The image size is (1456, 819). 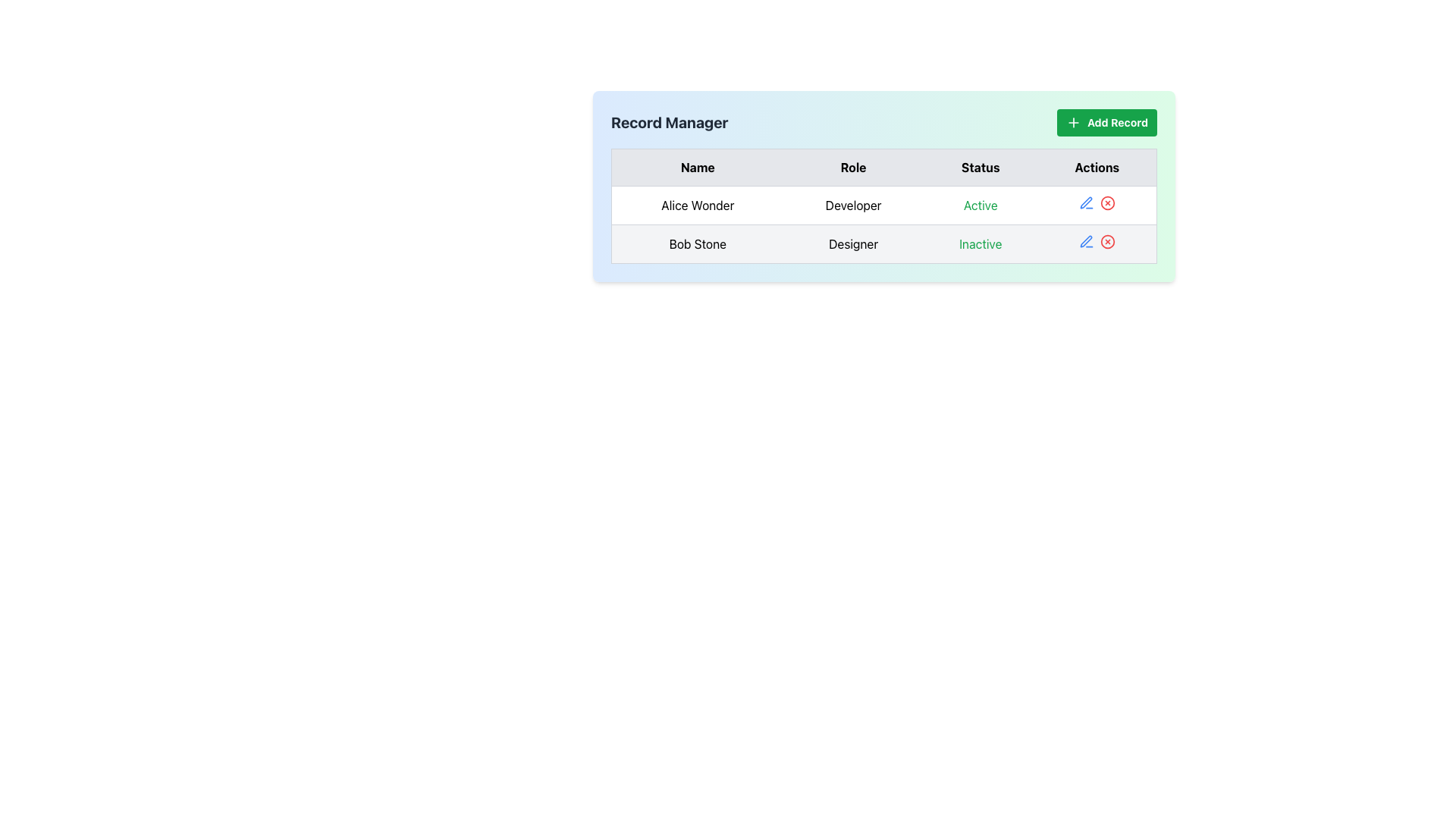 I want to click on the first row of the data table which displays a person's details including name, role, status, and actions, so click(x=884, y=224).